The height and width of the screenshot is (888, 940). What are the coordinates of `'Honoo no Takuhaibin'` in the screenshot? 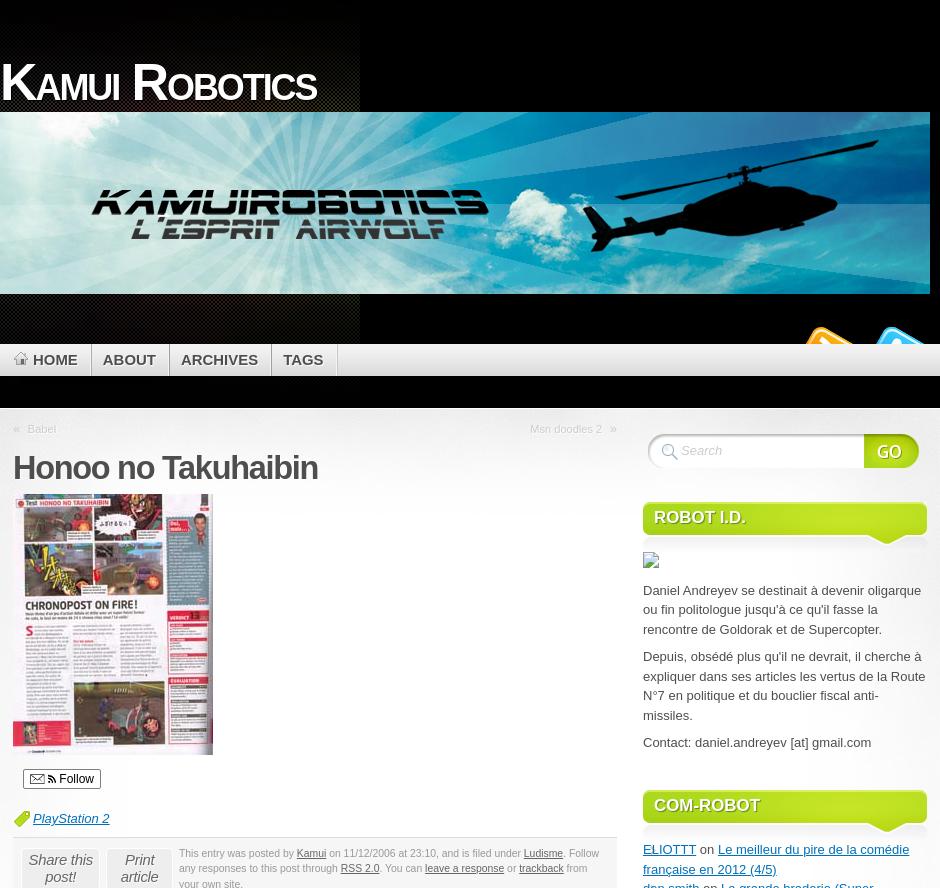 It's located at (165, 467).